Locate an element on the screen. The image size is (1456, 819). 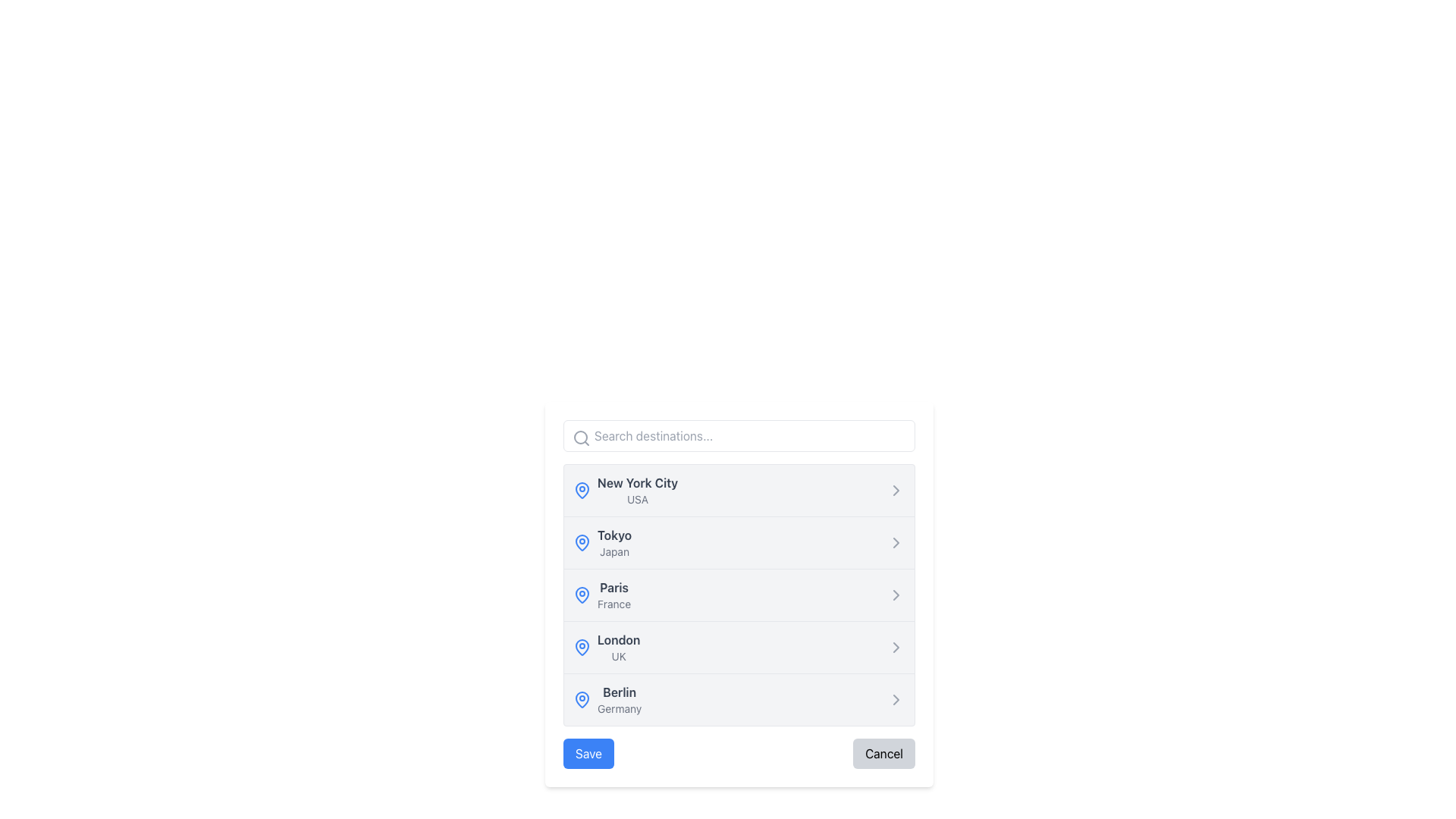
the selectable list entry for London, UK is located at coordinates (619, 647).